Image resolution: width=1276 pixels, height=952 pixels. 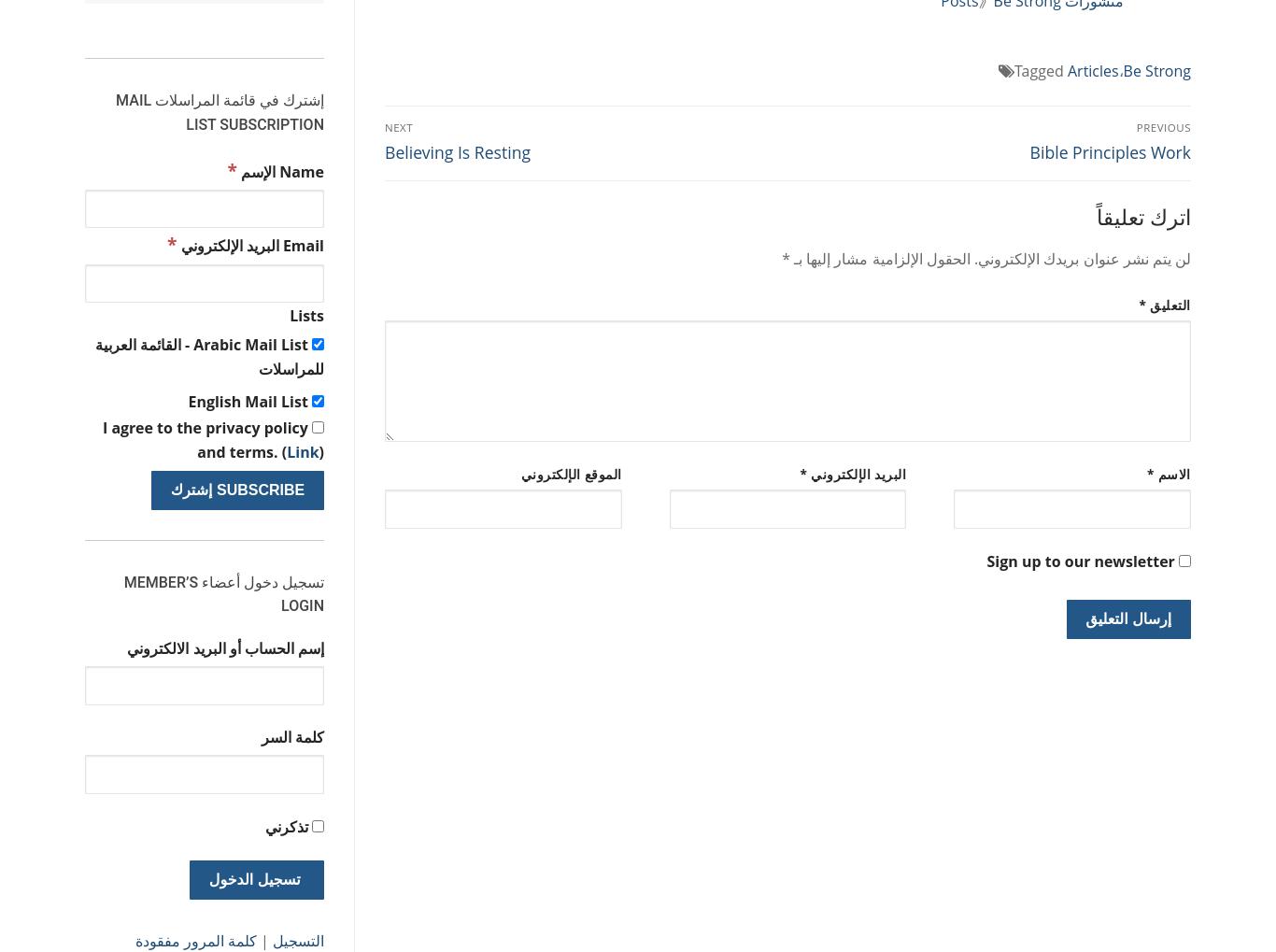 I want to click on 'تسجيل دخول أعضاء Member’s Login', so click(x=121, y=593).